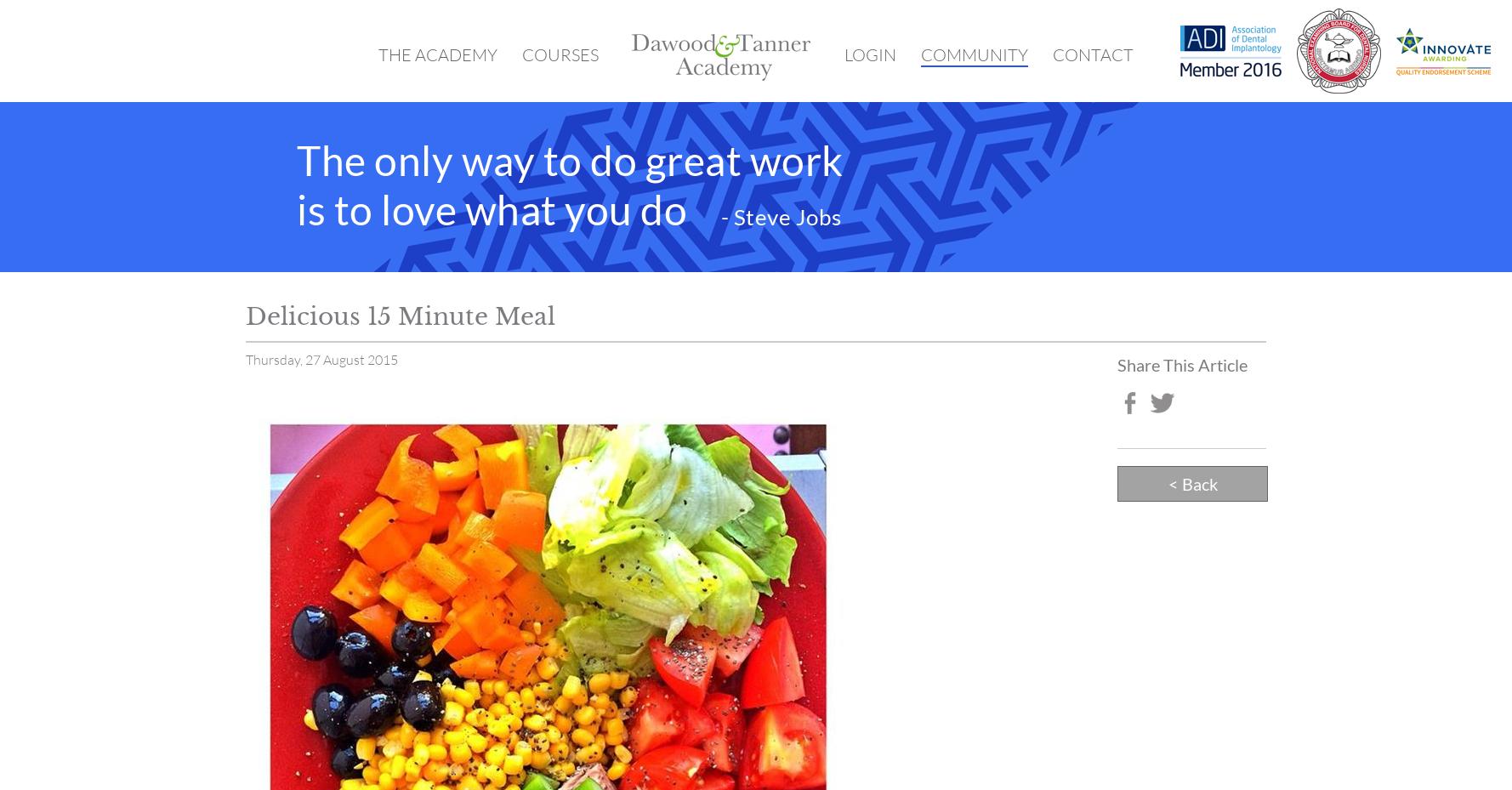 The height and width of the screenshot is (790, 1512). What do you see at coordinates (870, 54) in the screenshot?
I see `'Login'` at bounding box center [870, 54].